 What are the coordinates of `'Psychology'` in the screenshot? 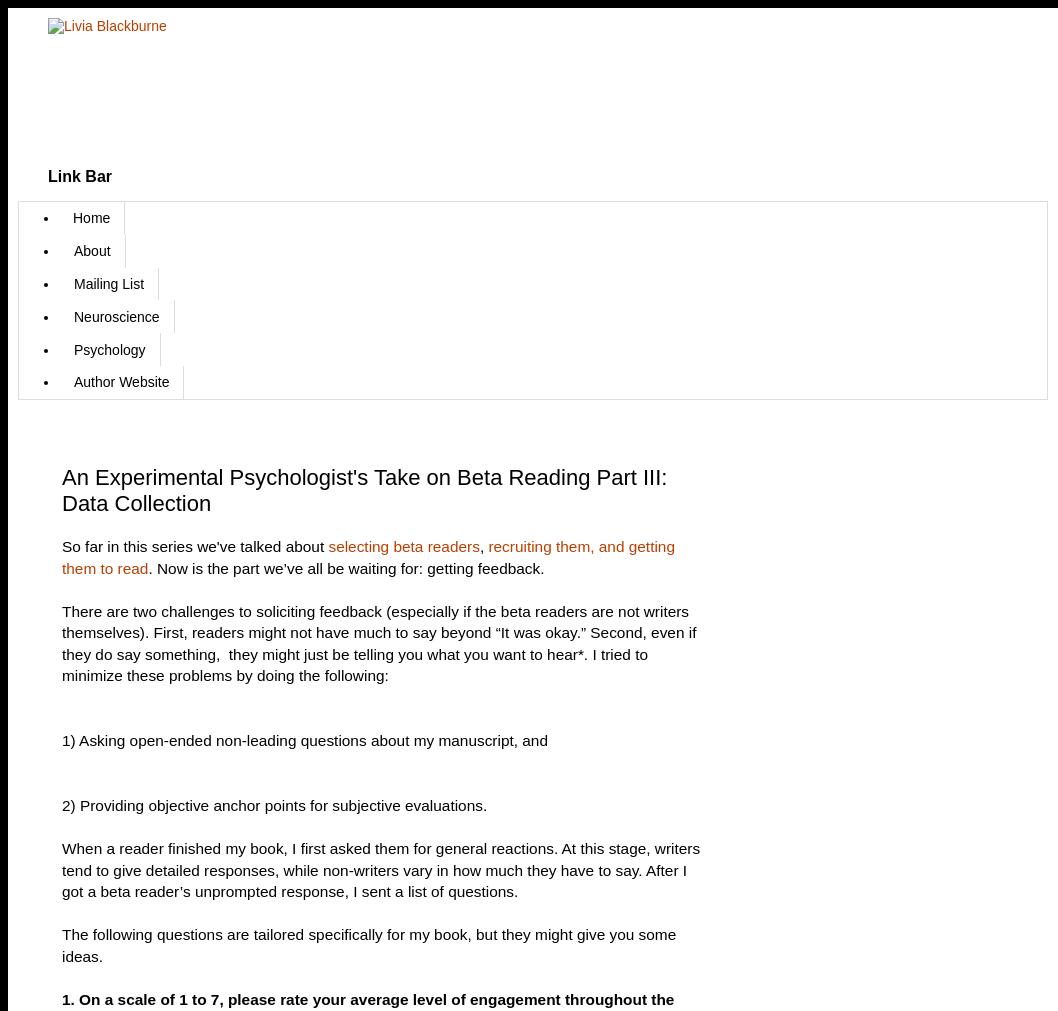 It's located at (108, 347).